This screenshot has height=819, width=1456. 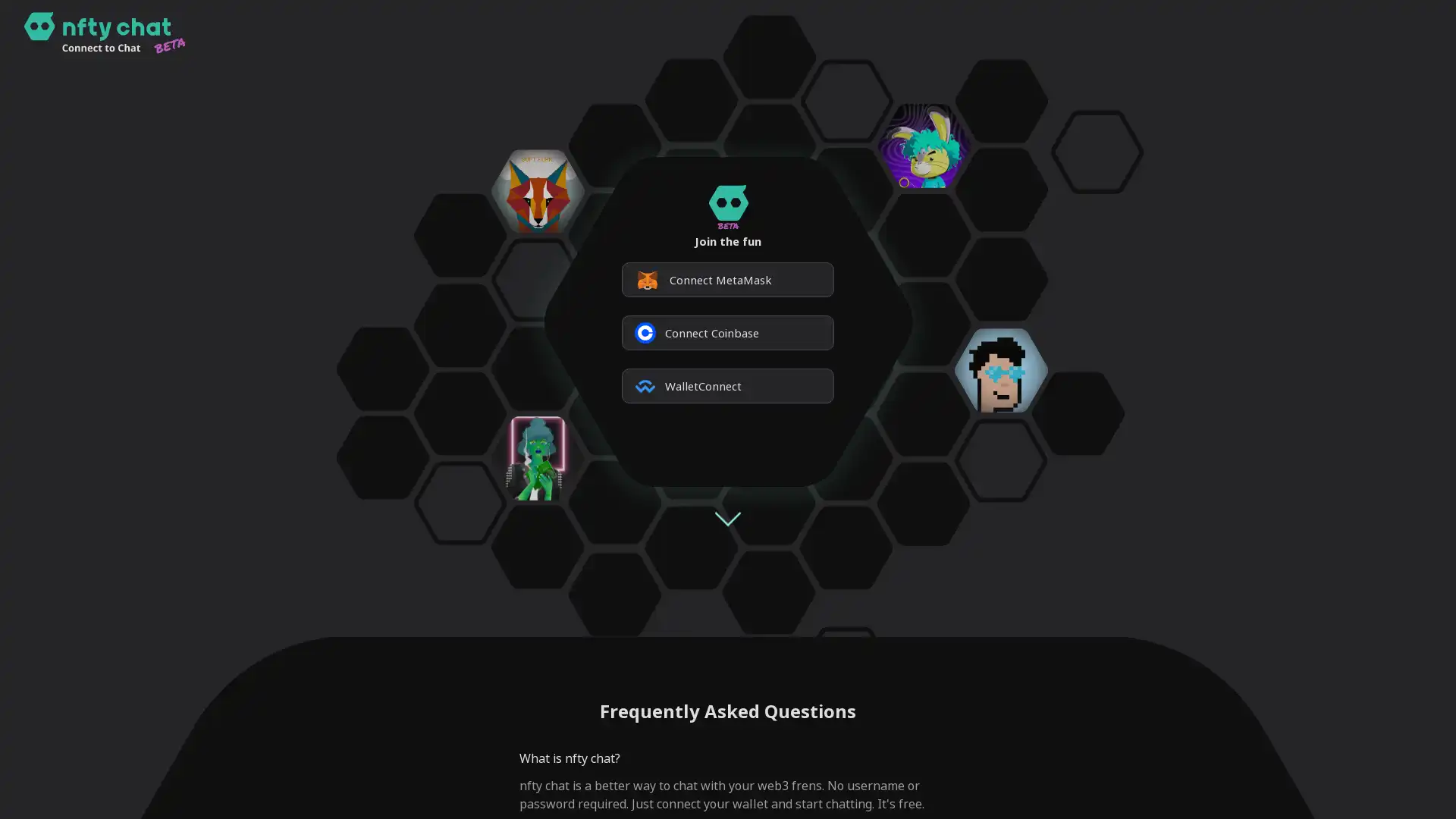 What do you see at coordinates (728, 385) in the screenshot?
I see `Wallet Connect WalletConnect` at bounding box center [728, 385].